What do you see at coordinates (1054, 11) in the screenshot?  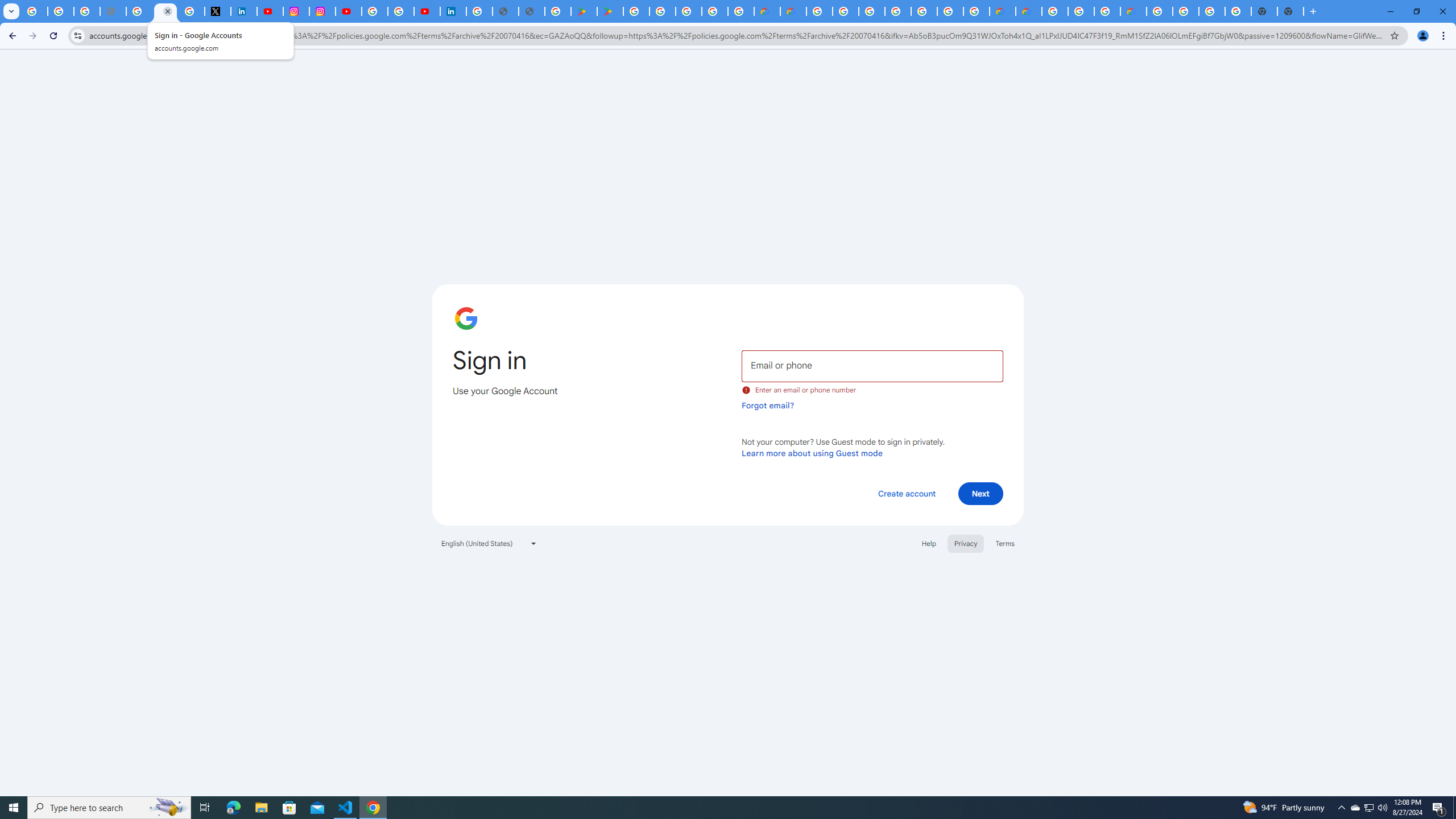 I see `'Google Cloud Platform'` at bounding box center [1054, 11].